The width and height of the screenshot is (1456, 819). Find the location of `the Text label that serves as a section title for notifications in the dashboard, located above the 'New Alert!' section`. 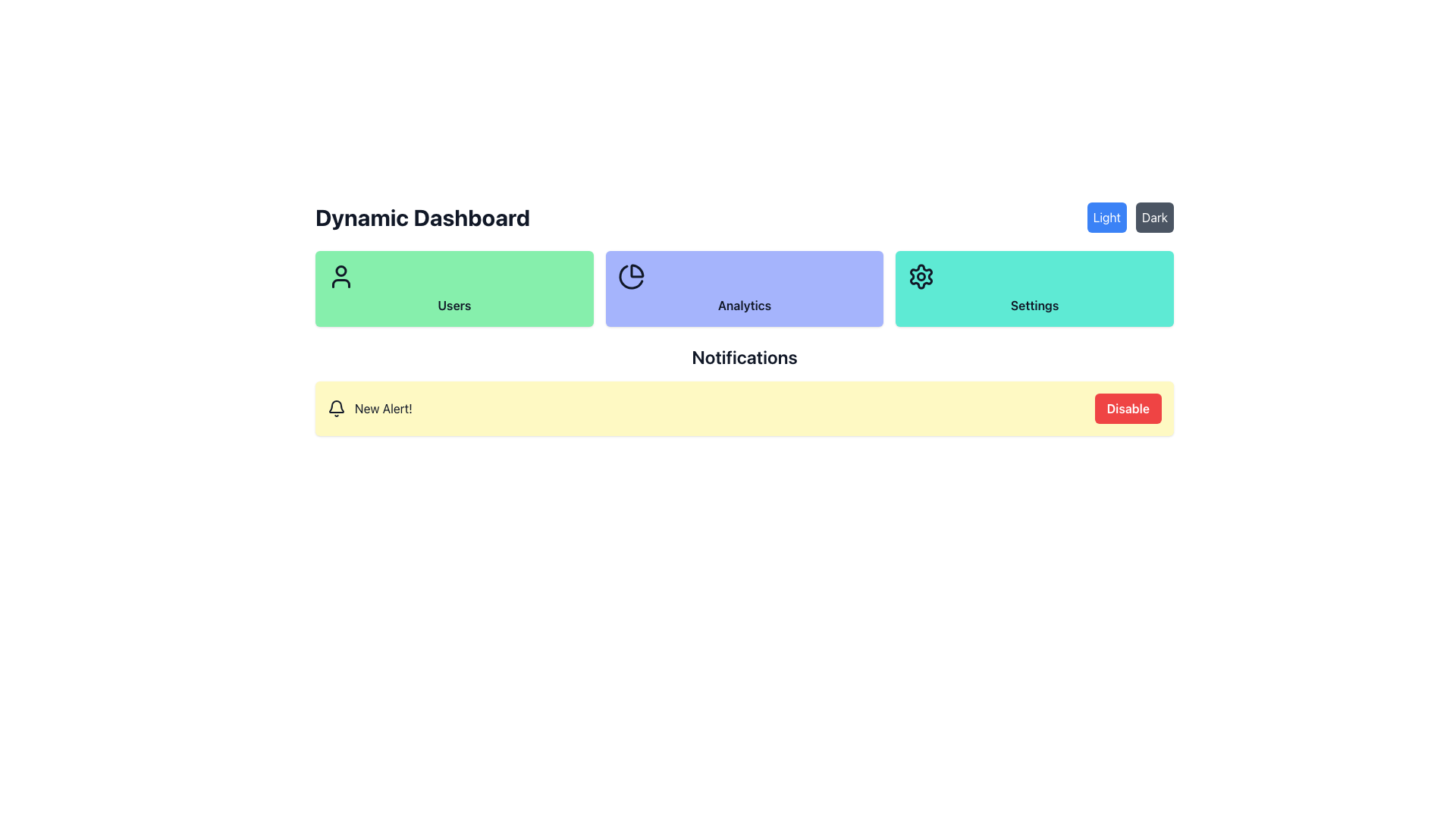

the Text label that serves as a section title for notifications in the dashboard, located above the 'New Alert!' section is located at coordinates (745, 356).